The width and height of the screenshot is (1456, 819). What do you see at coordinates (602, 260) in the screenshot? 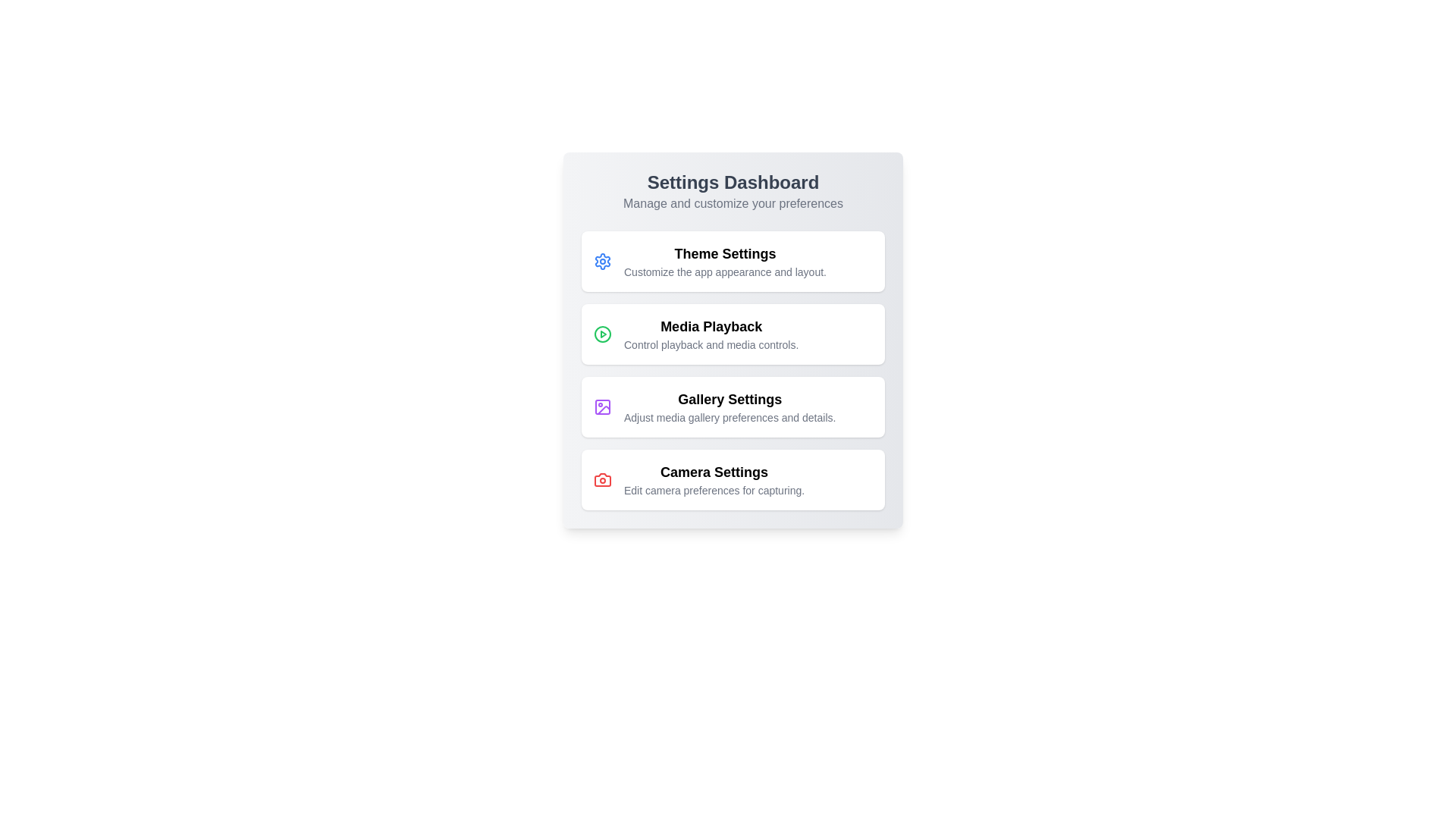
I see `the gear-shaped settings icon with a blue outline located in the top-left section of the 'Theme Settings' card` at bounding box center [602, 260].